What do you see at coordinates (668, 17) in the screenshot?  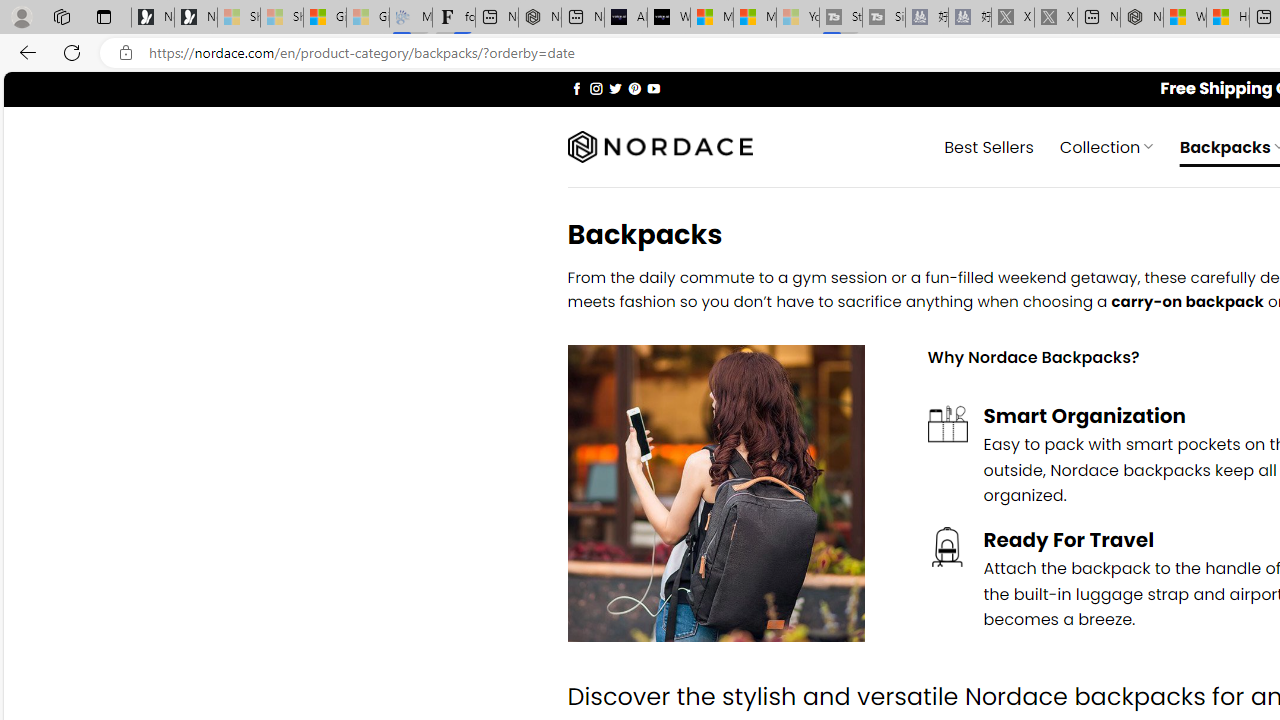 I see `'What'` at bounding box center [668, 17].